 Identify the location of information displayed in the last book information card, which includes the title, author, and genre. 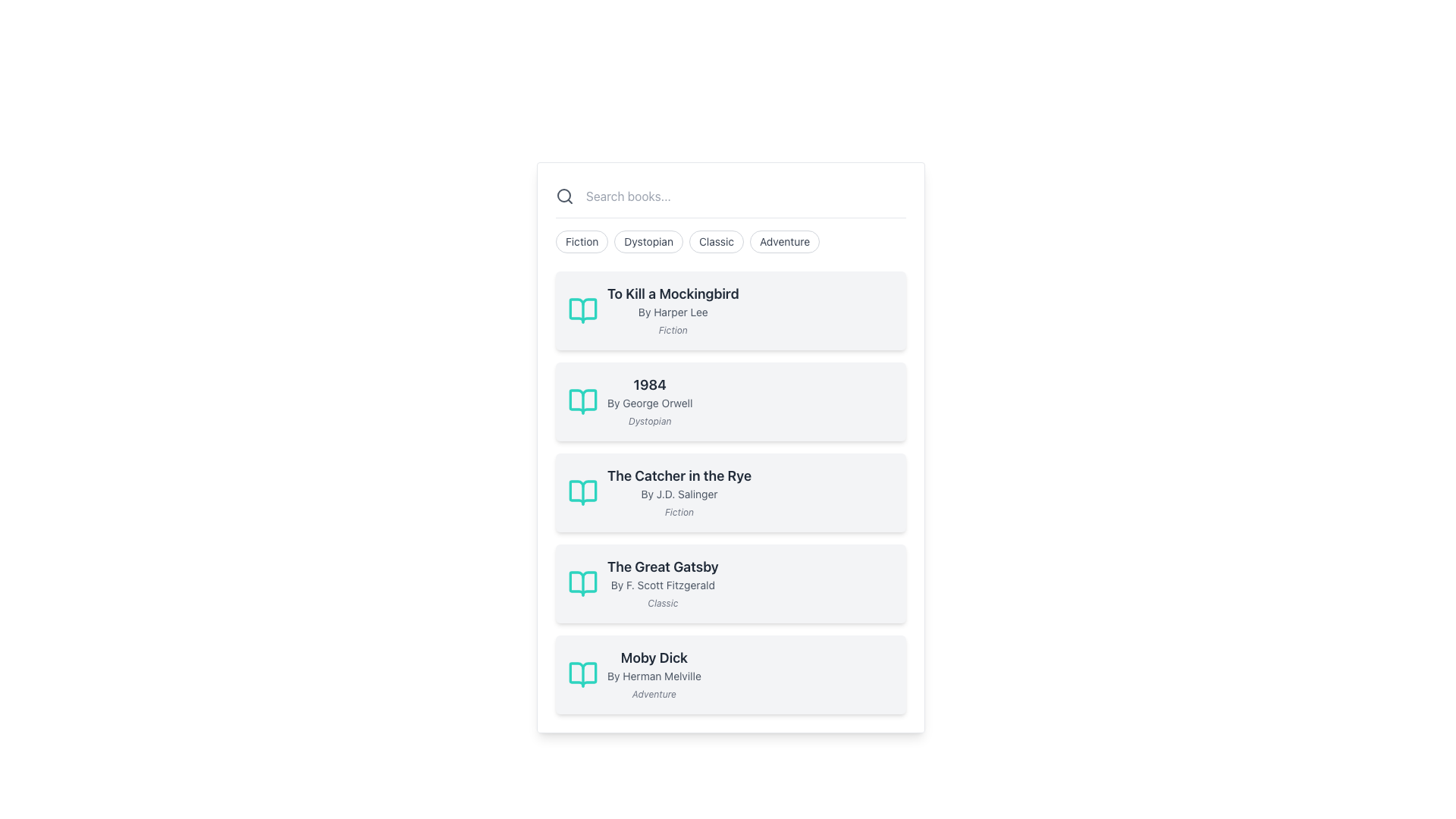
(654, 674).